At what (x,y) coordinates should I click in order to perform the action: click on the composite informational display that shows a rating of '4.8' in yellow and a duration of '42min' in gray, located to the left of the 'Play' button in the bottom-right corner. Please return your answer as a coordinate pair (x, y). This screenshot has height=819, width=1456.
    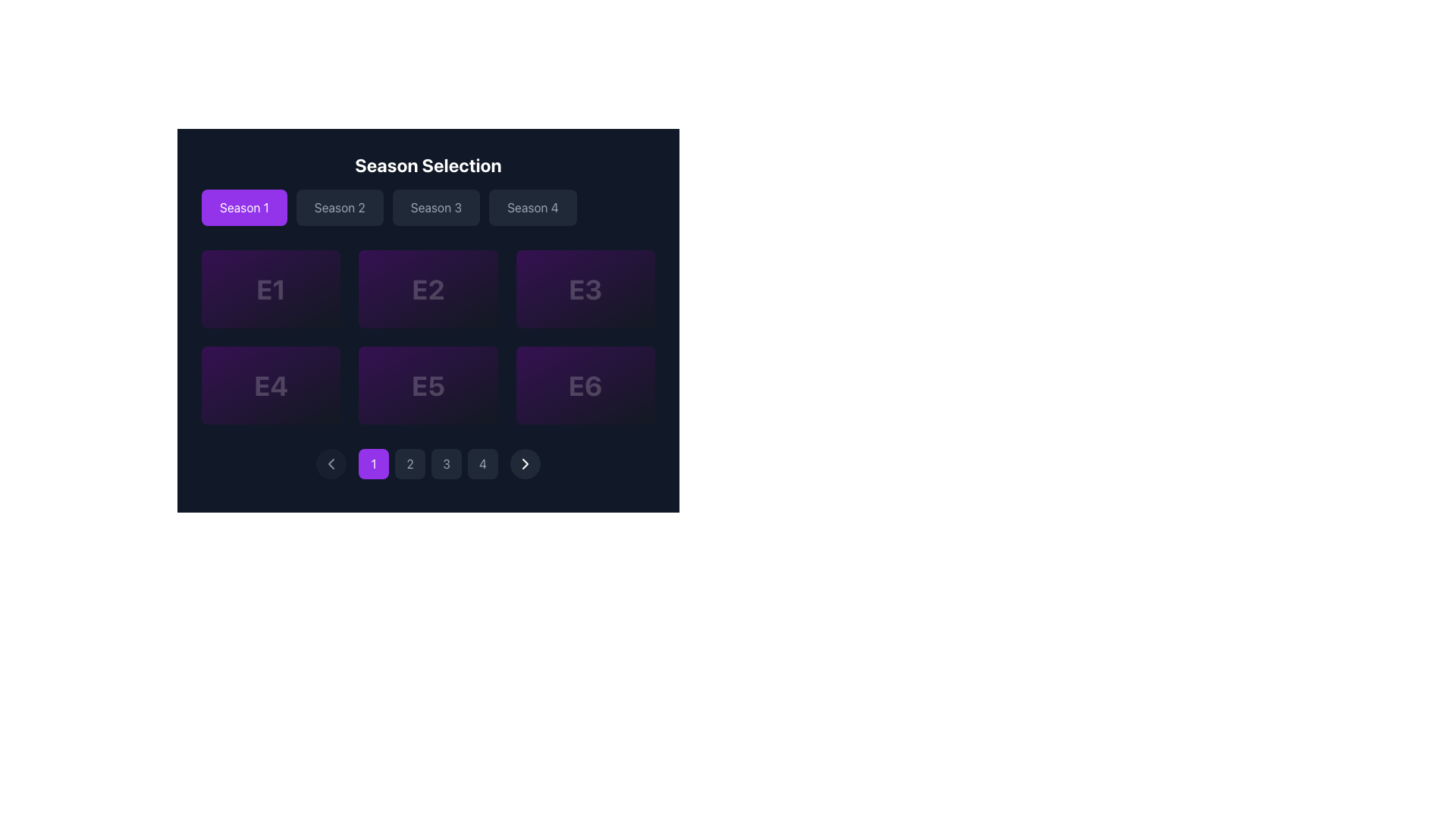
    Looking at the image, I should click on (575, 345).